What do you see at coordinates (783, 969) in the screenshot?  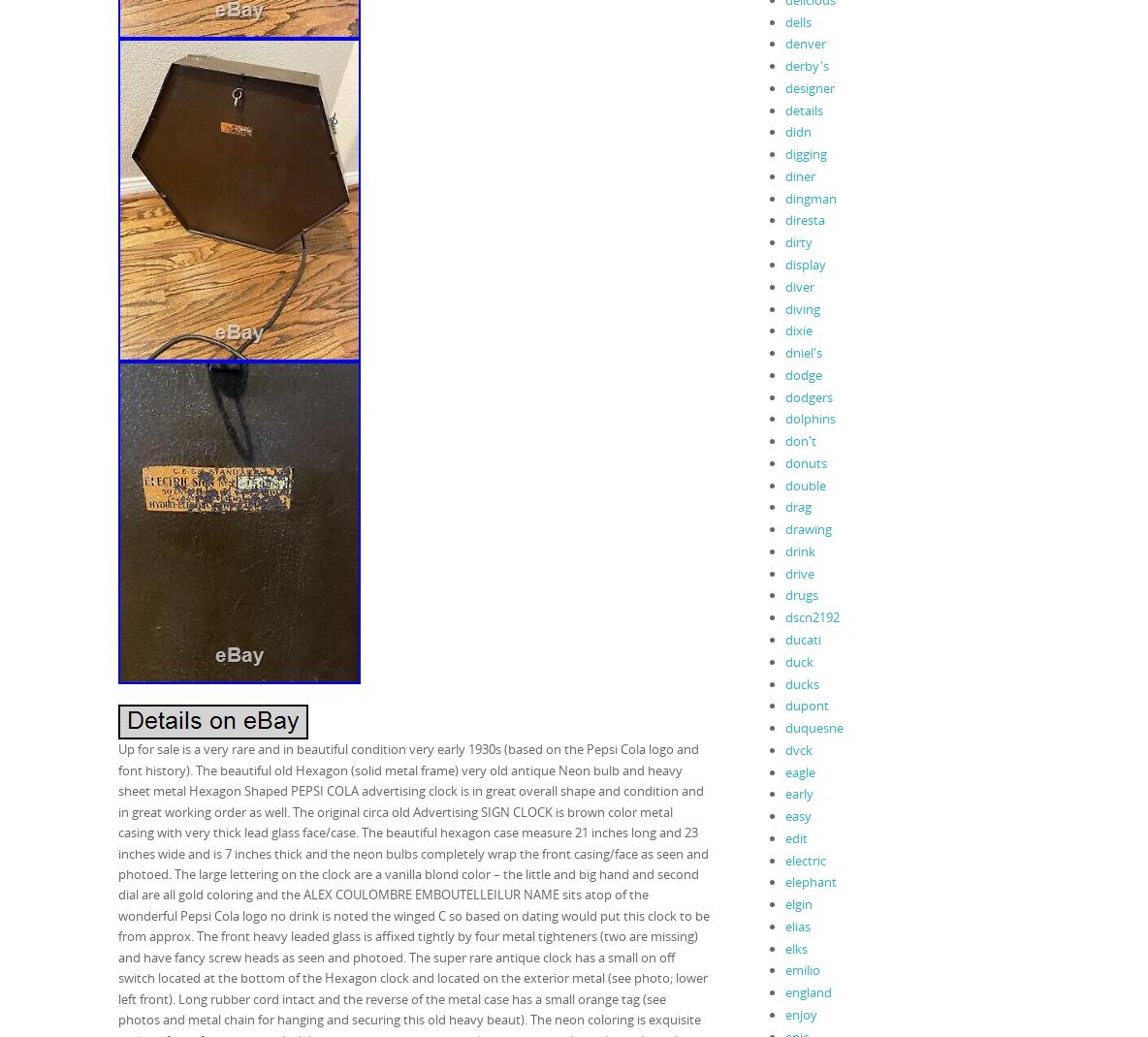 I see `'emilio'` at bounding box center [783, 969].